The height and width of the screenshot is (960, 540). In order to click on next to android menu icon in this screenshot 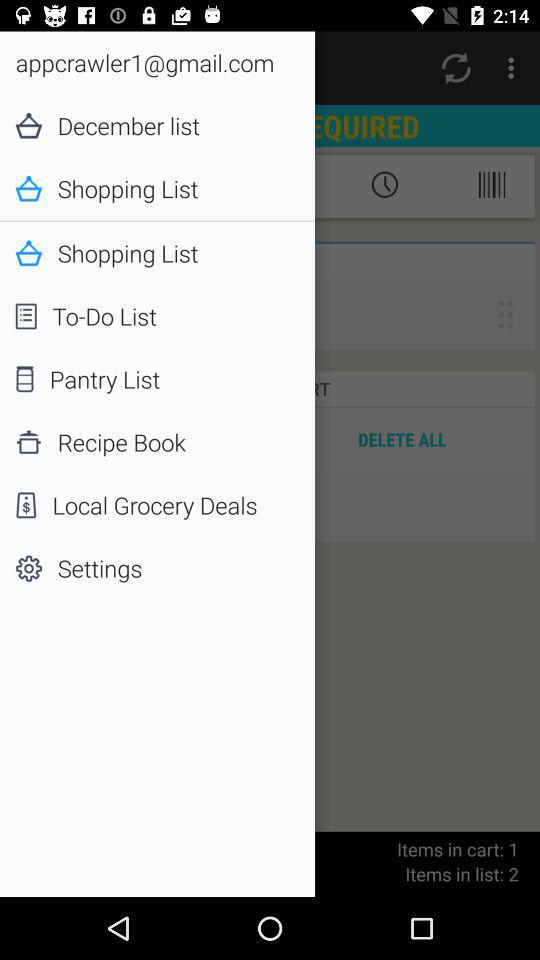, I will do `click(456, 68)`.